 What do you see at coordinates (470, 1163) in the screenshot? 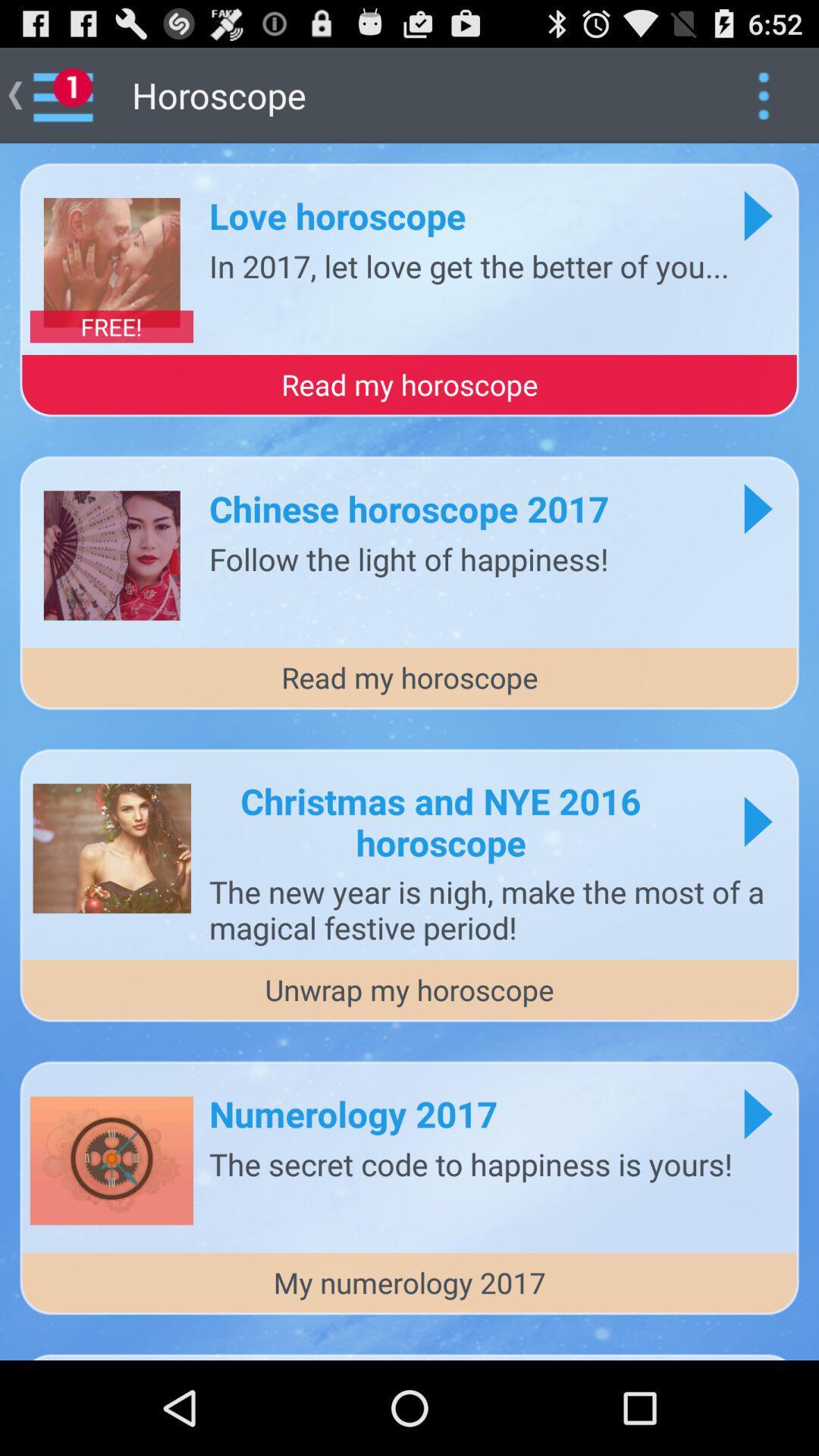
I see `the secret code item` at bounding box center [470, 1163].